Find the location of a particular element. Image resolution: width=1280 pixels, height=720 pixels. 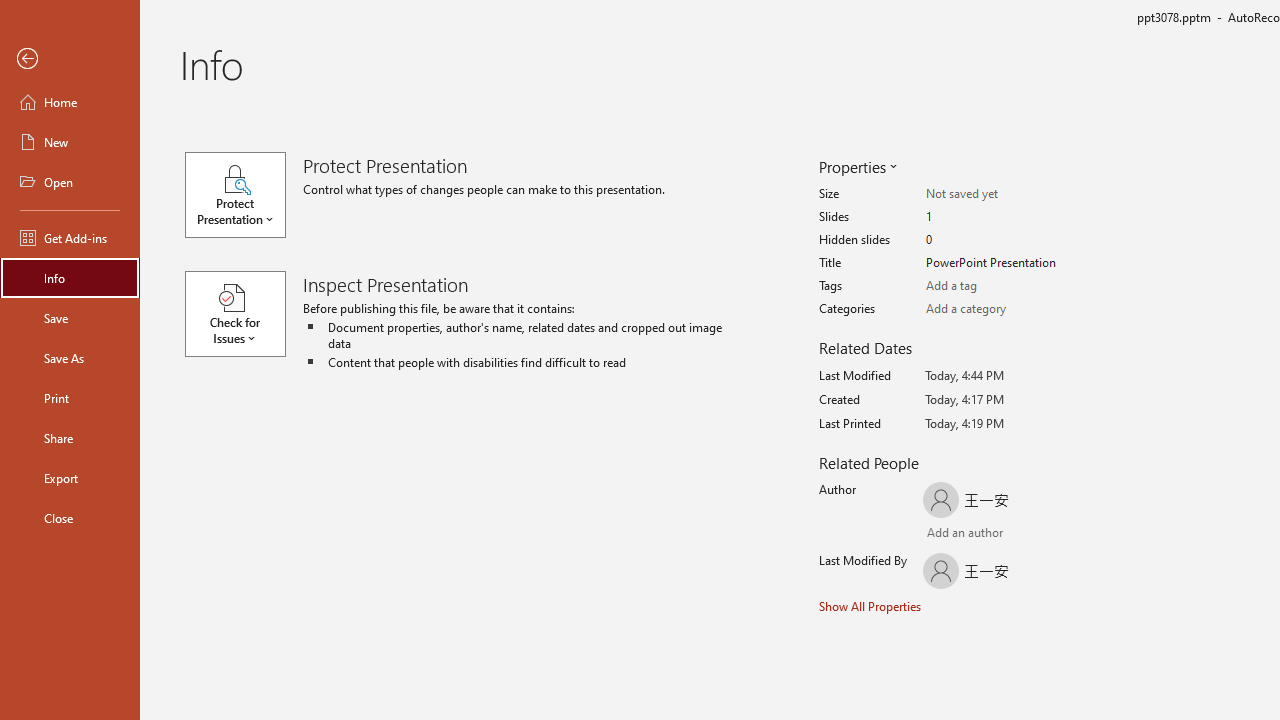

'Add an author' is located at coordinates (946, 533).